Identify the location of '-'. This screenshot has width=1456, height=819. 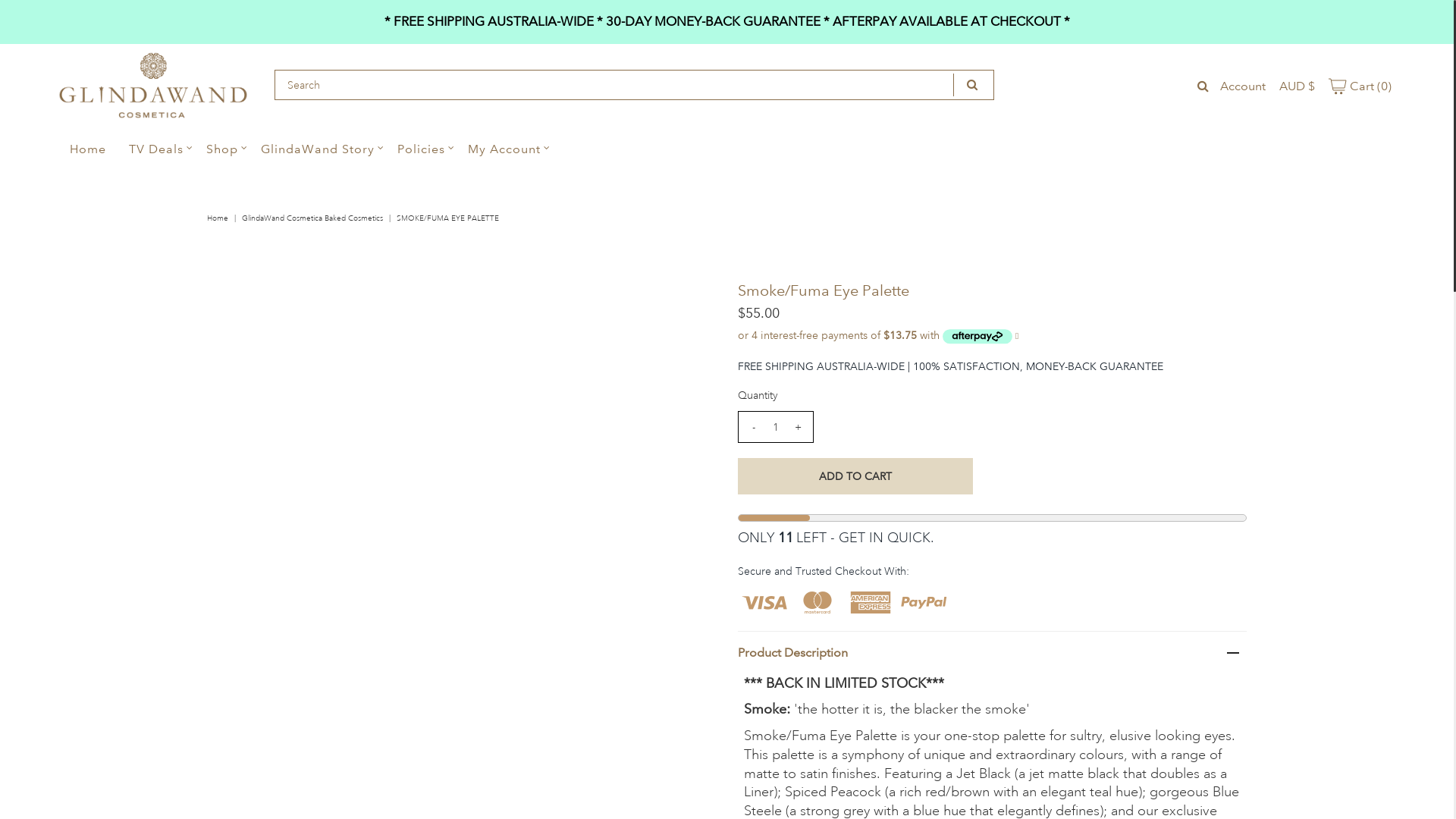
(745, 427).